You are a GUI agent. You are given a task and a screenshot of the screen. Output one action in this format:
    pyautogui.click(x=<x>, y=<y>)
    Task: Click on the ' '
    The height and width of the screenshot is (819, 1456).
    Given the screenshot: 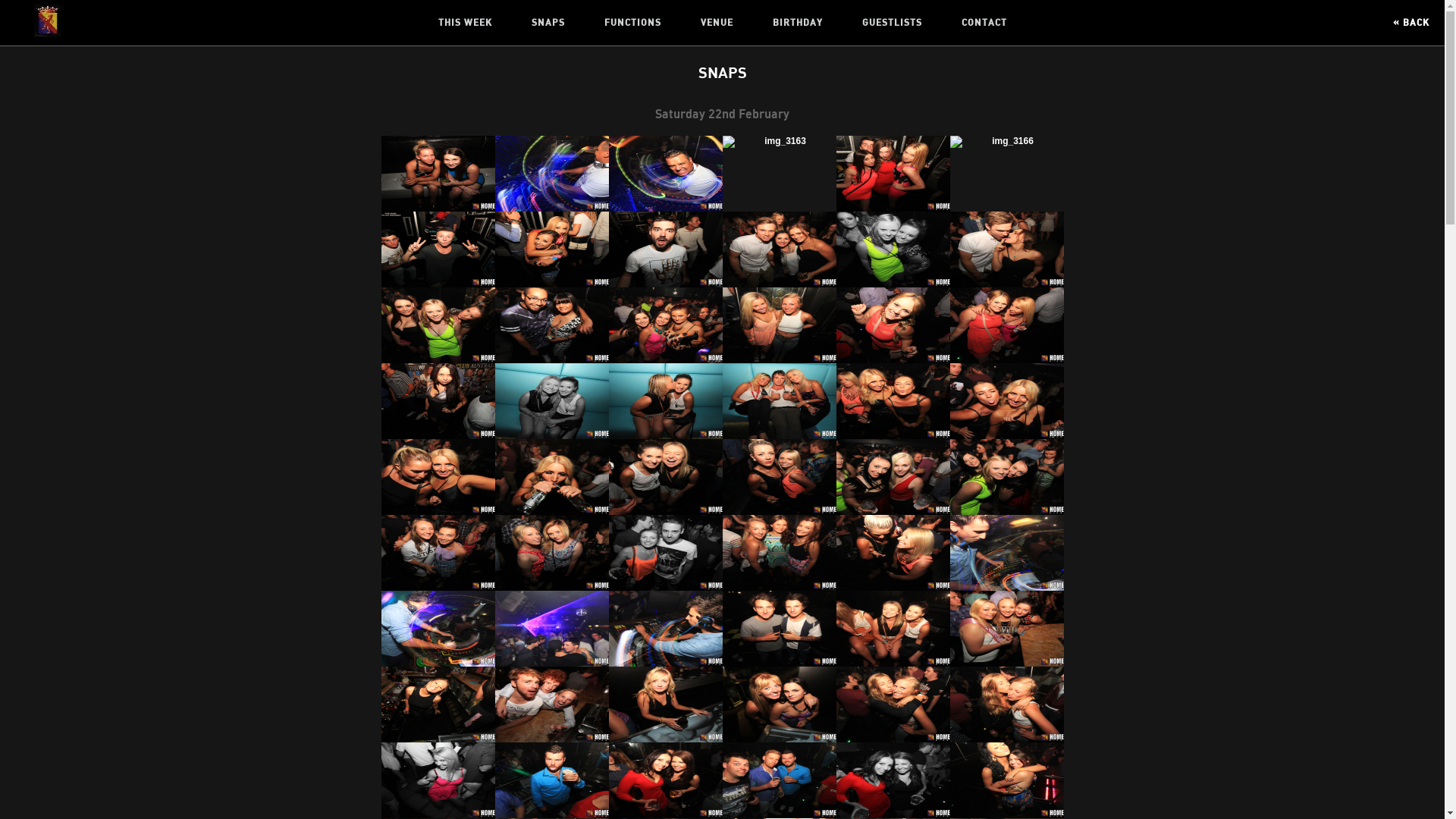 What is the action you would take?
    pyautogui.click(x=550, y=400)
    